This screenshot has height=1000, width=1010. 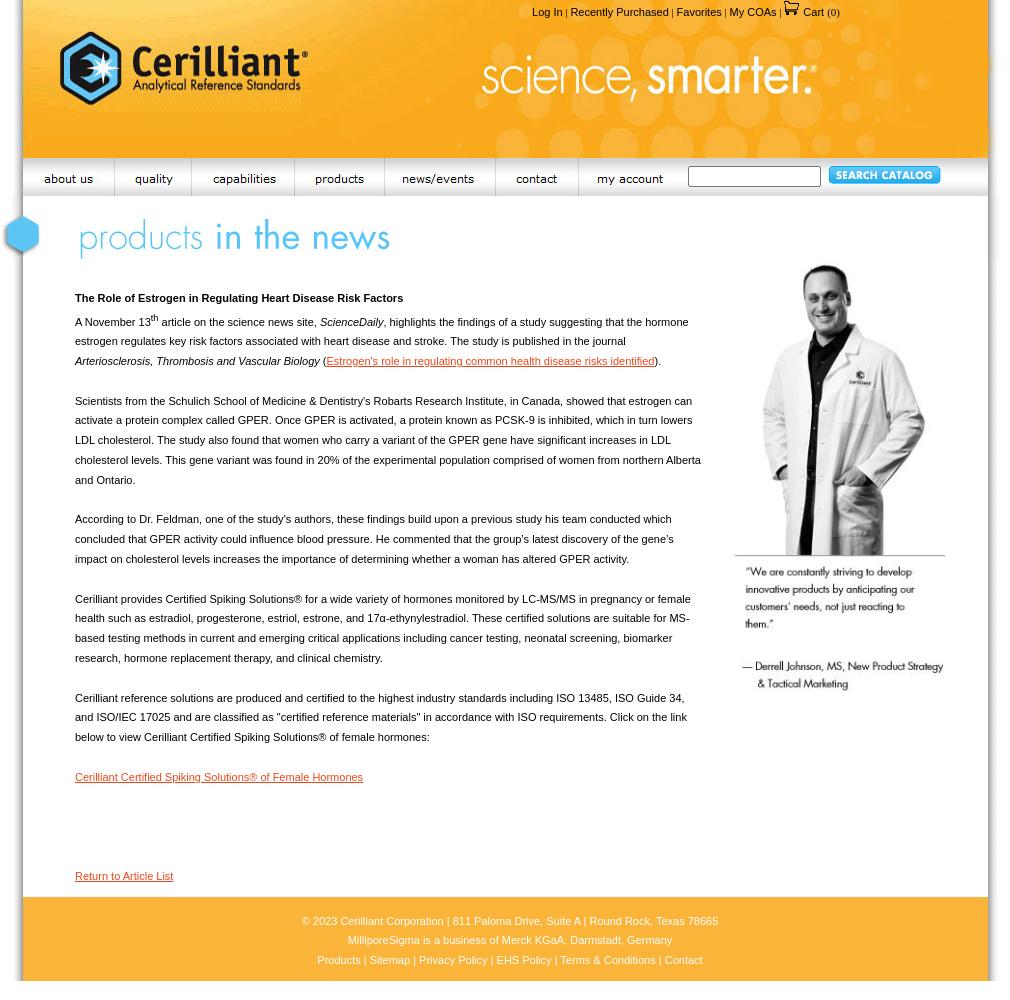 I want to click on '(0)', so click(x=833, y=12).